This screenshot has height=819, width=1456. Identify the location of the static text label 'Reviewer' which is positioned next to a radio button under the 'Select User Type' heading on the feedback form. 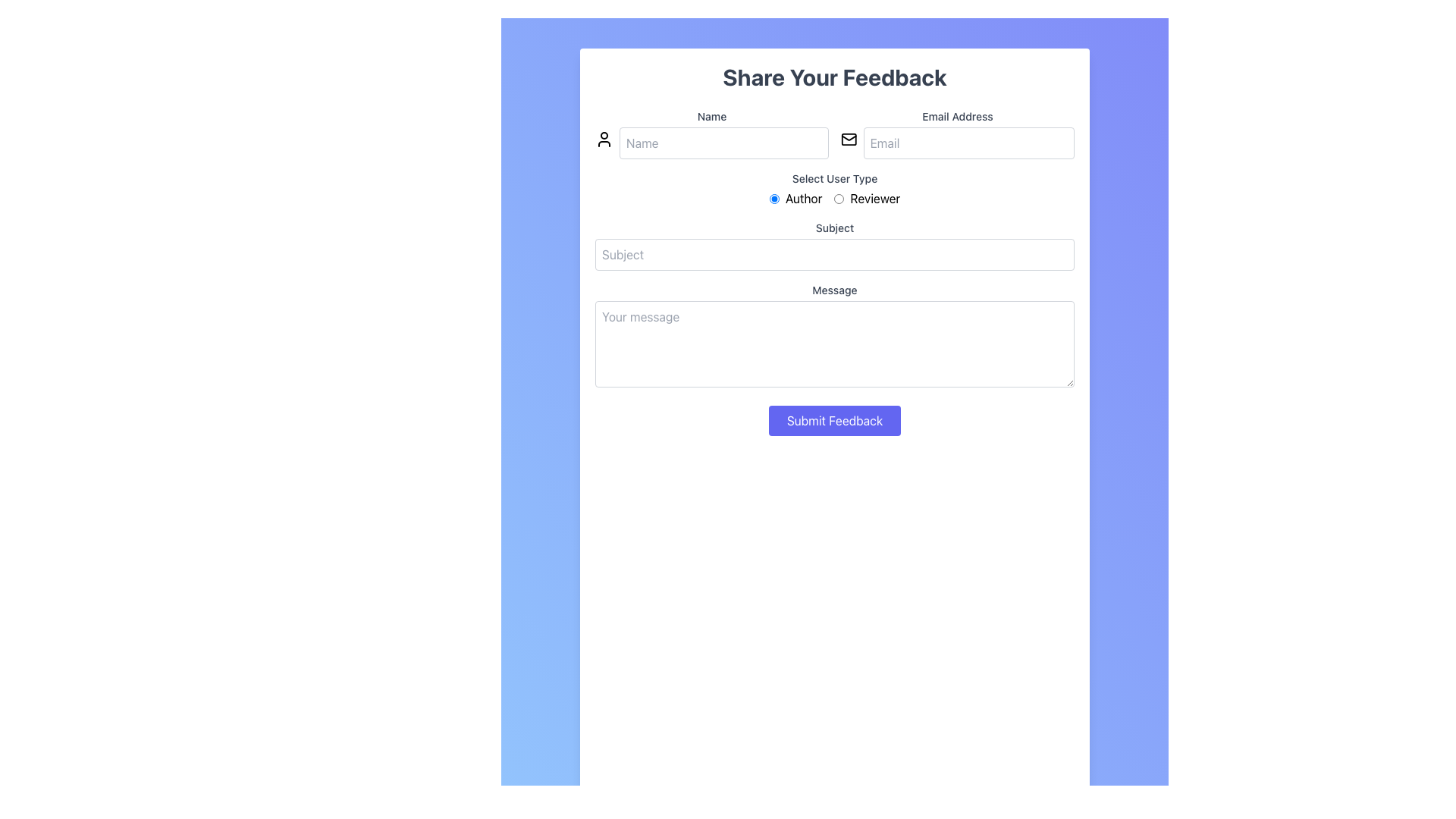
(875, 198).